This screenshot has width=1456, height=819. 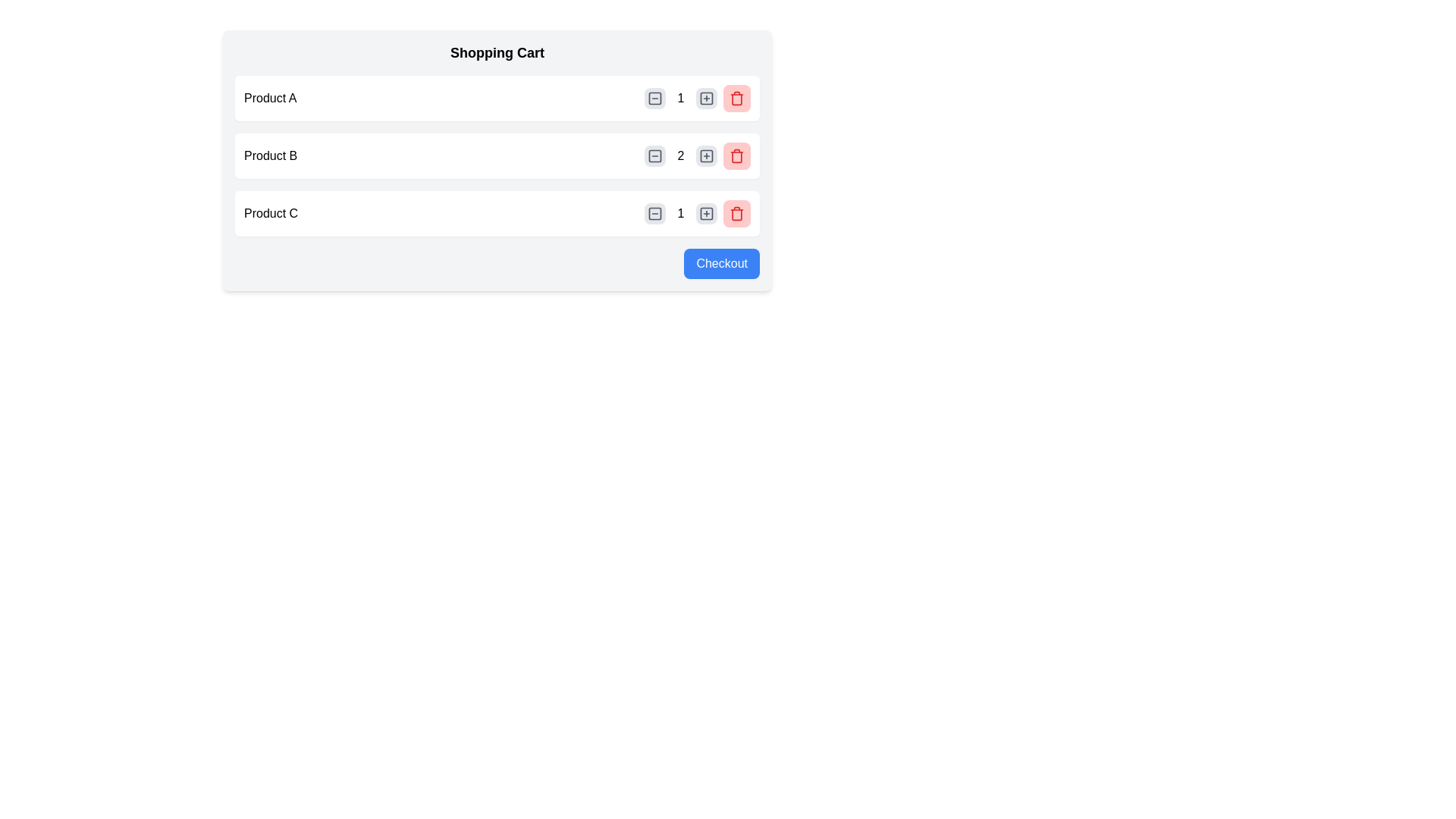 I want to click on the button to decrease the quantity of the first product in the shopping cart, located just to the left of the quantity indicator labeled '1', so click(x=655, y=99).